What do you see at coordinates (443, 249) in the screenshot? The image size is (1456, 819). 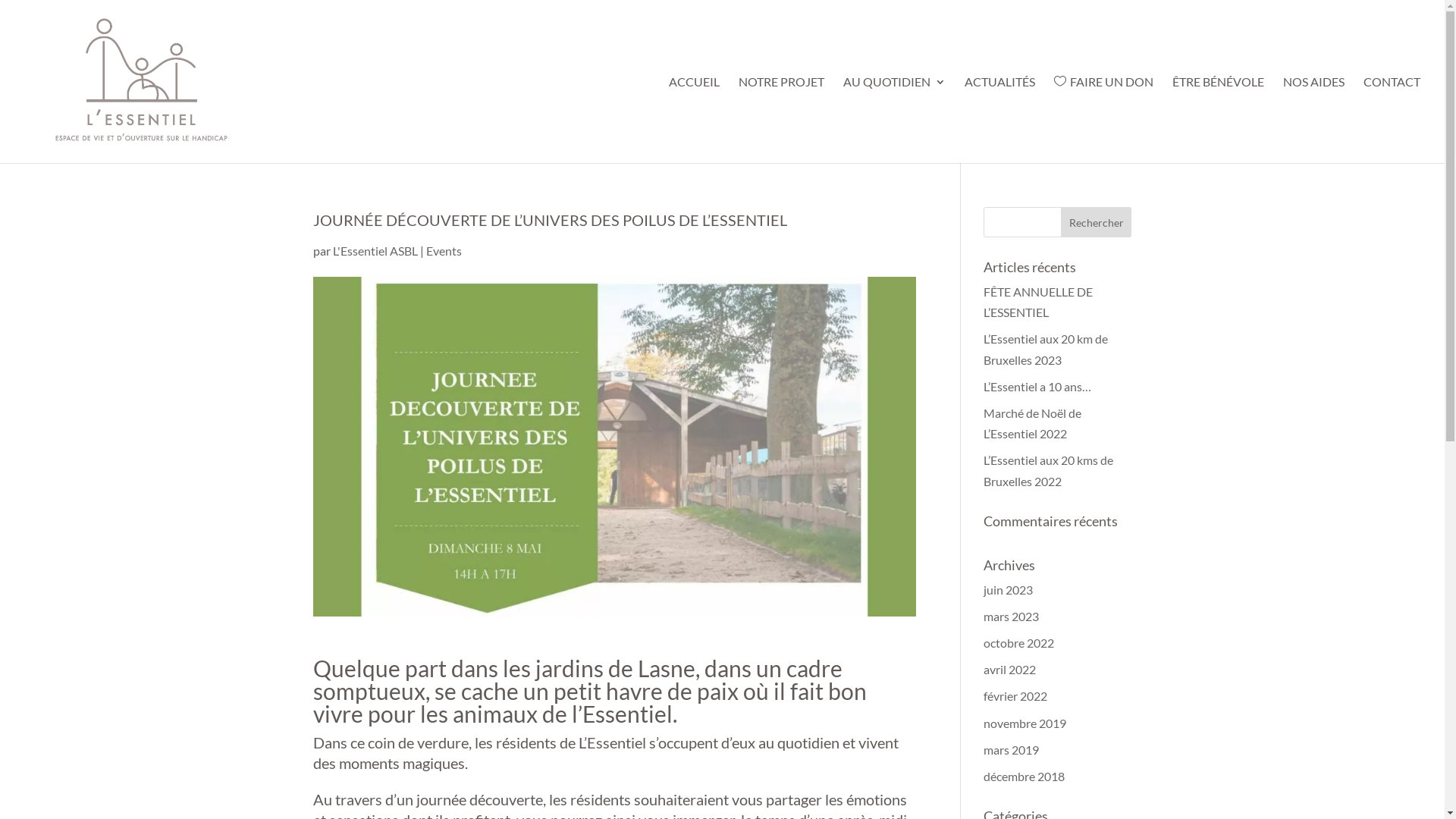 I see `'Events'` at bounding box center [443, 249].